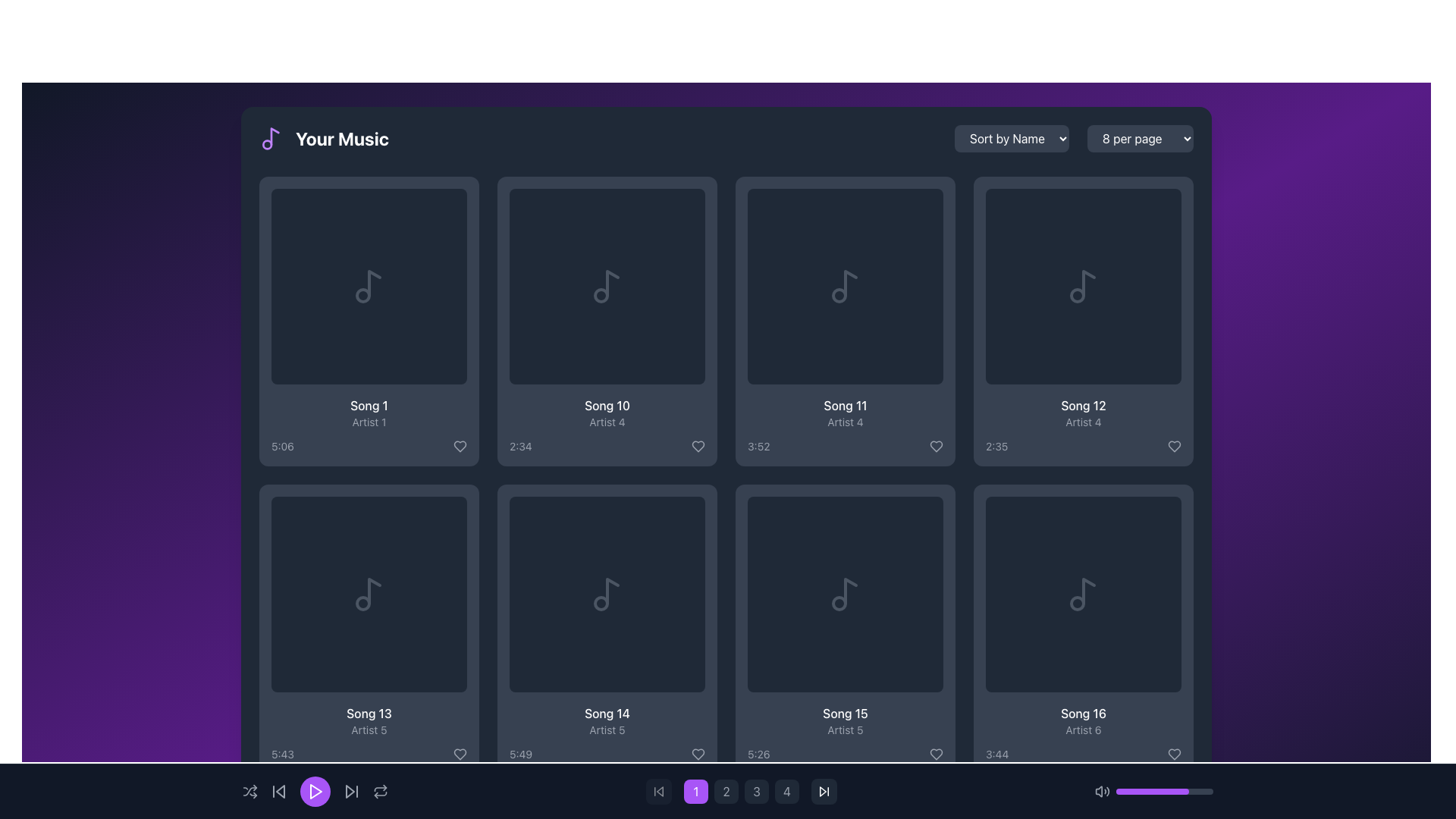 Image resolution: width=1456 pixels, height=819 pixels. Describe the element at coordinates (698, 446) in the screenshot. I see `the favorite button for 'Song 10' by 'Artist 4' to change its color` at that location.